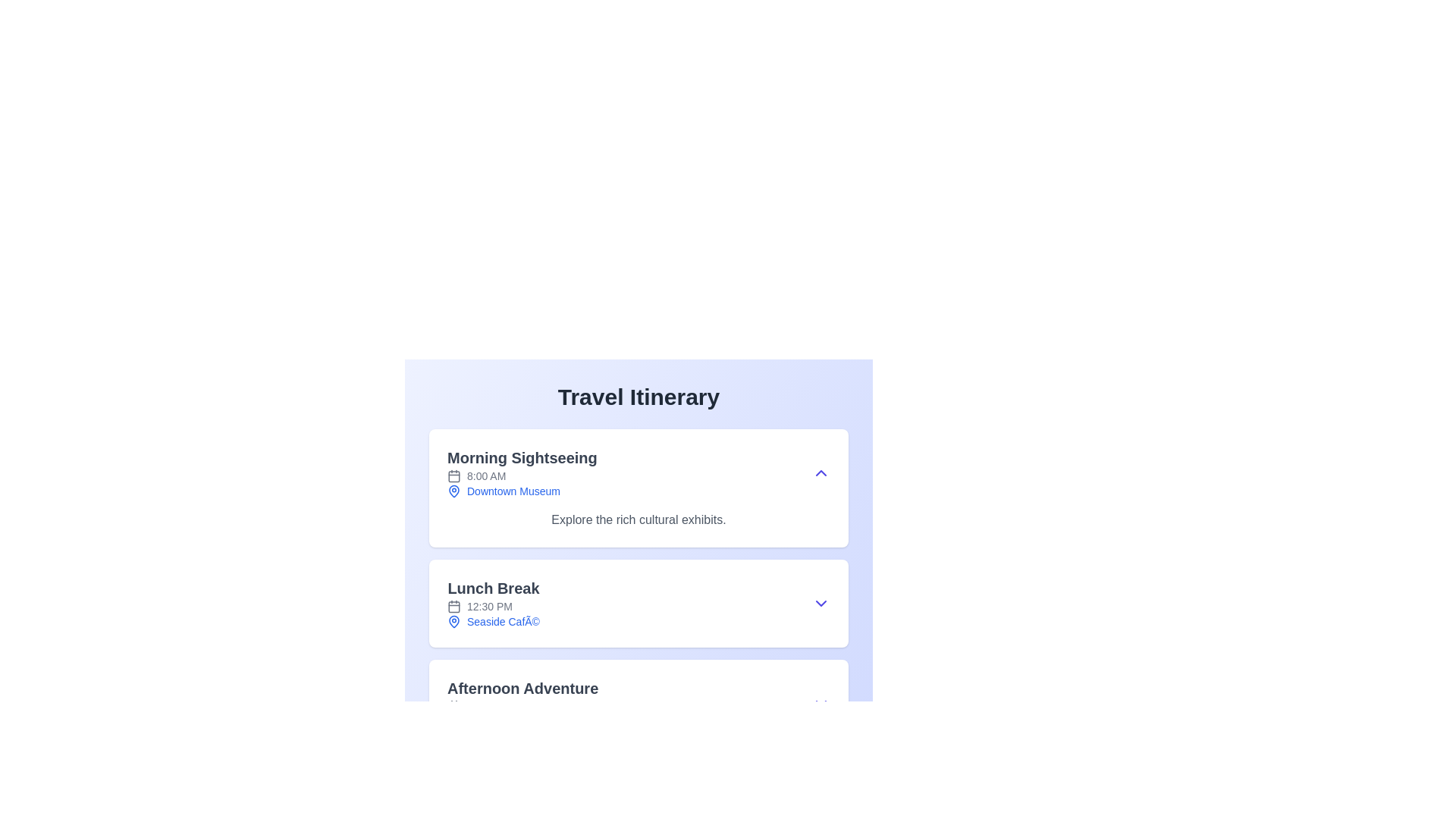 This screenshot has height=819, width=1456. Describe the element at coordinates (493, 602) in the screenshot. I see `the displayed information about the scheduled lunch break which includes 'Lunch Break', '12:30 PM', and 'Seaside Café'` at that location.